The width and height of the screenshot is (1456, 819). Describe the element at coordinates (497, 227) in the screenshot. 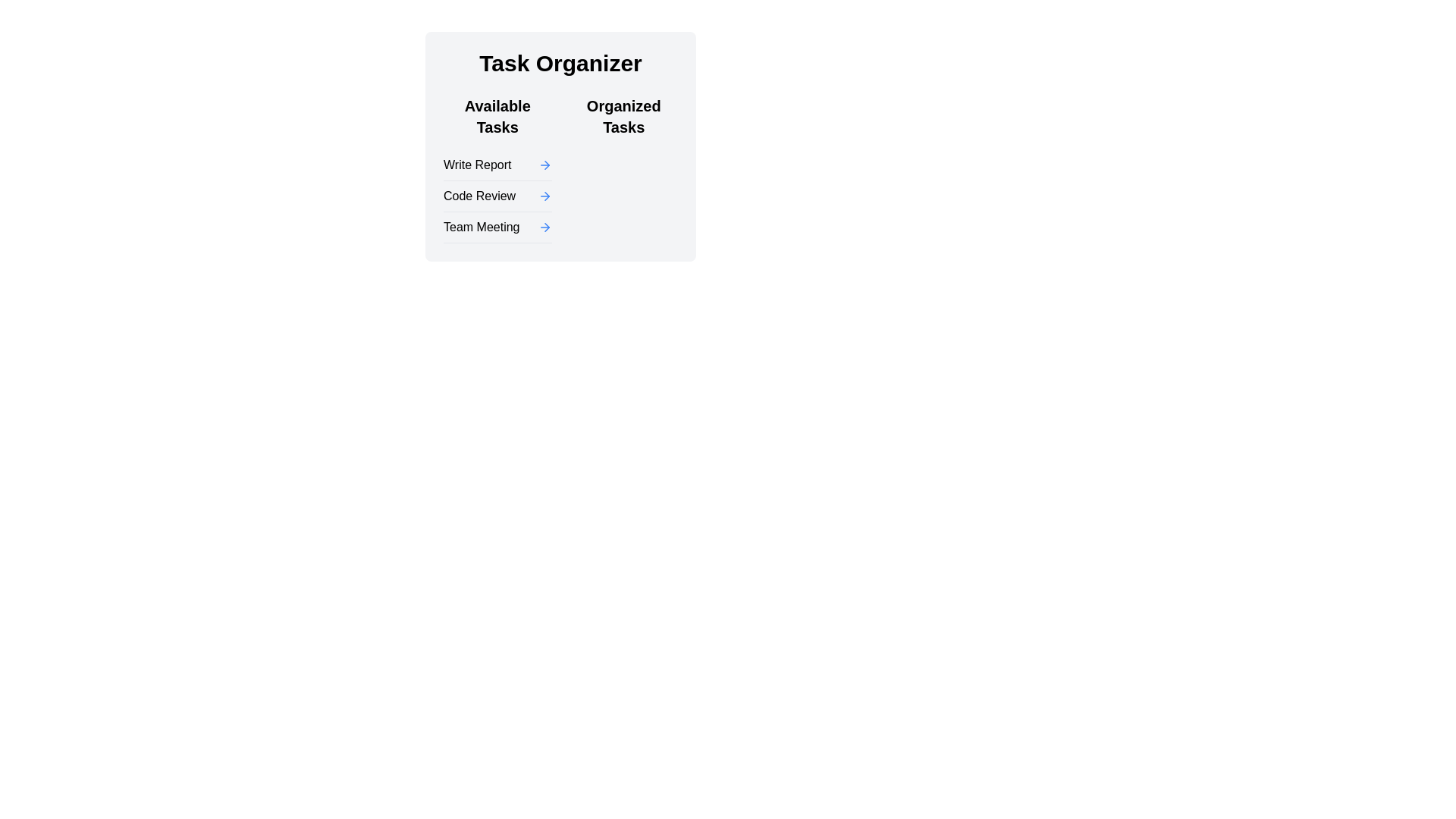

I see `the list item labeled 'Team Meeting' with a blue arrow icon, which is the third item` at that location.